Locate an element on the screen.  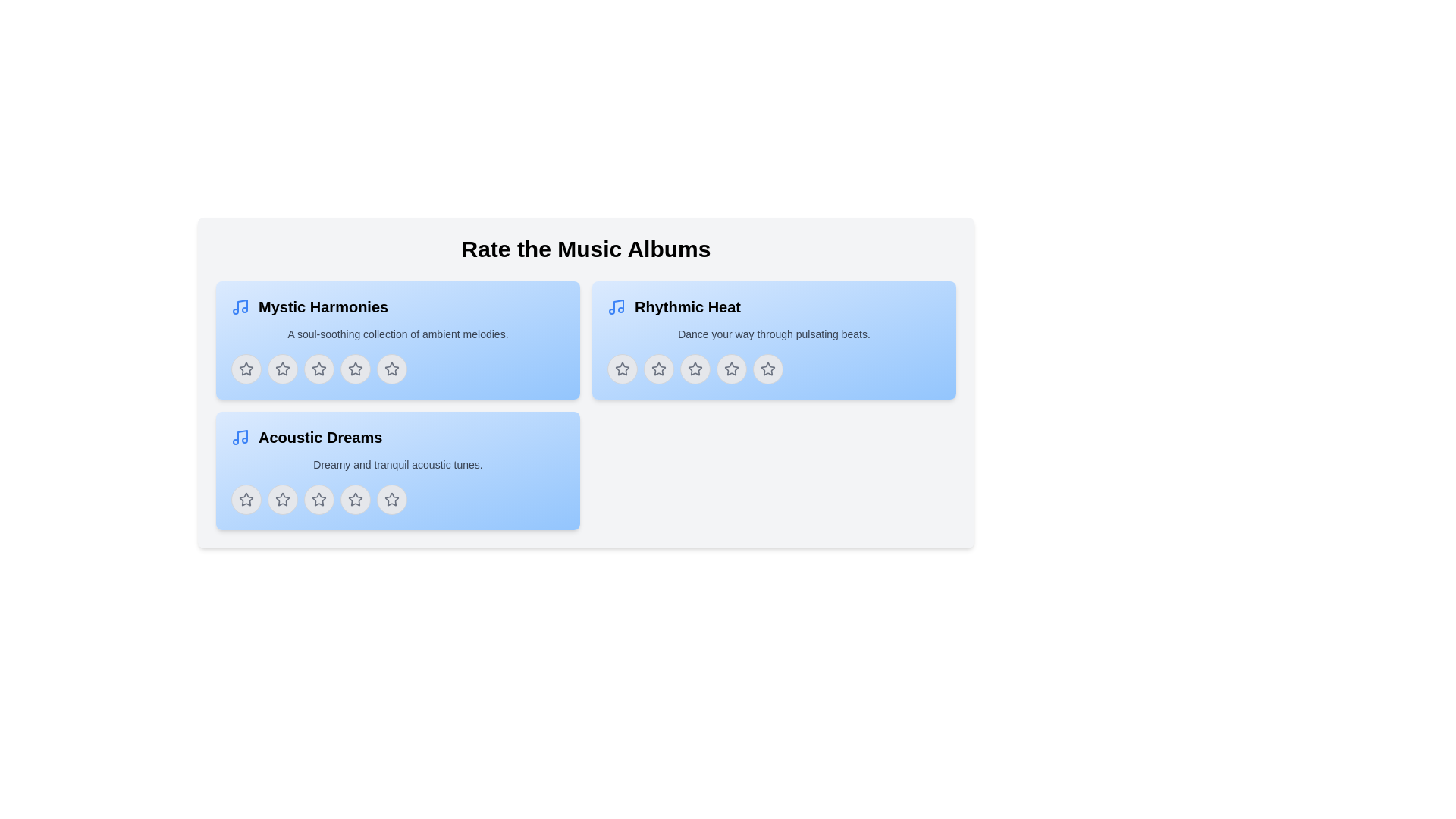
the fourth star icon from the left in the series of five stars for the 'Mystic Harmonies' album rating interface to trigger a visual response is located at coordinates (392, 369).